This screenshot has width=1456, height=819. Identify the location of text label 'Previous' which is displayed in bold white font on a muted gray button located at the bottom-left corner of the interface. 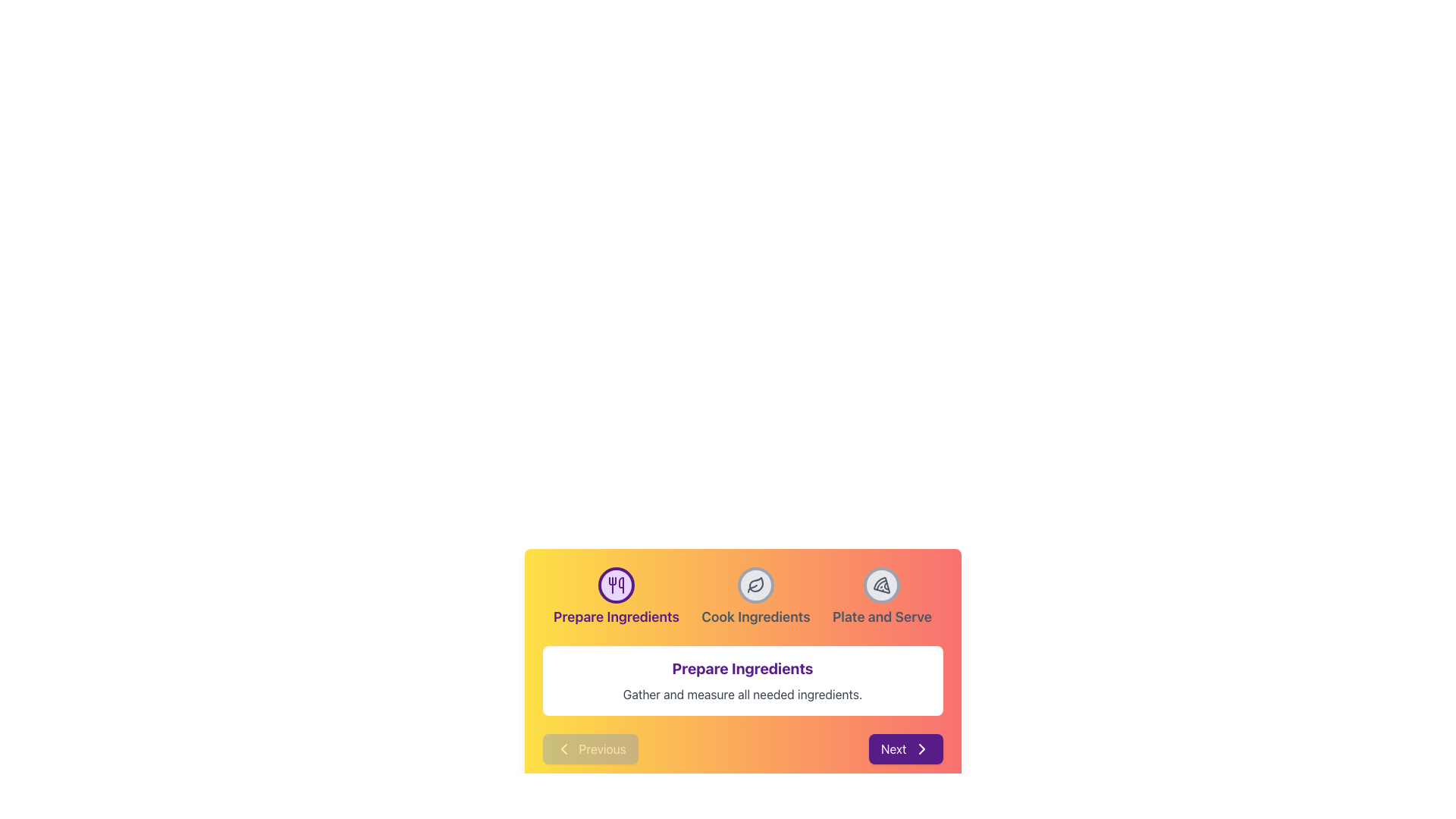
(601, 748).